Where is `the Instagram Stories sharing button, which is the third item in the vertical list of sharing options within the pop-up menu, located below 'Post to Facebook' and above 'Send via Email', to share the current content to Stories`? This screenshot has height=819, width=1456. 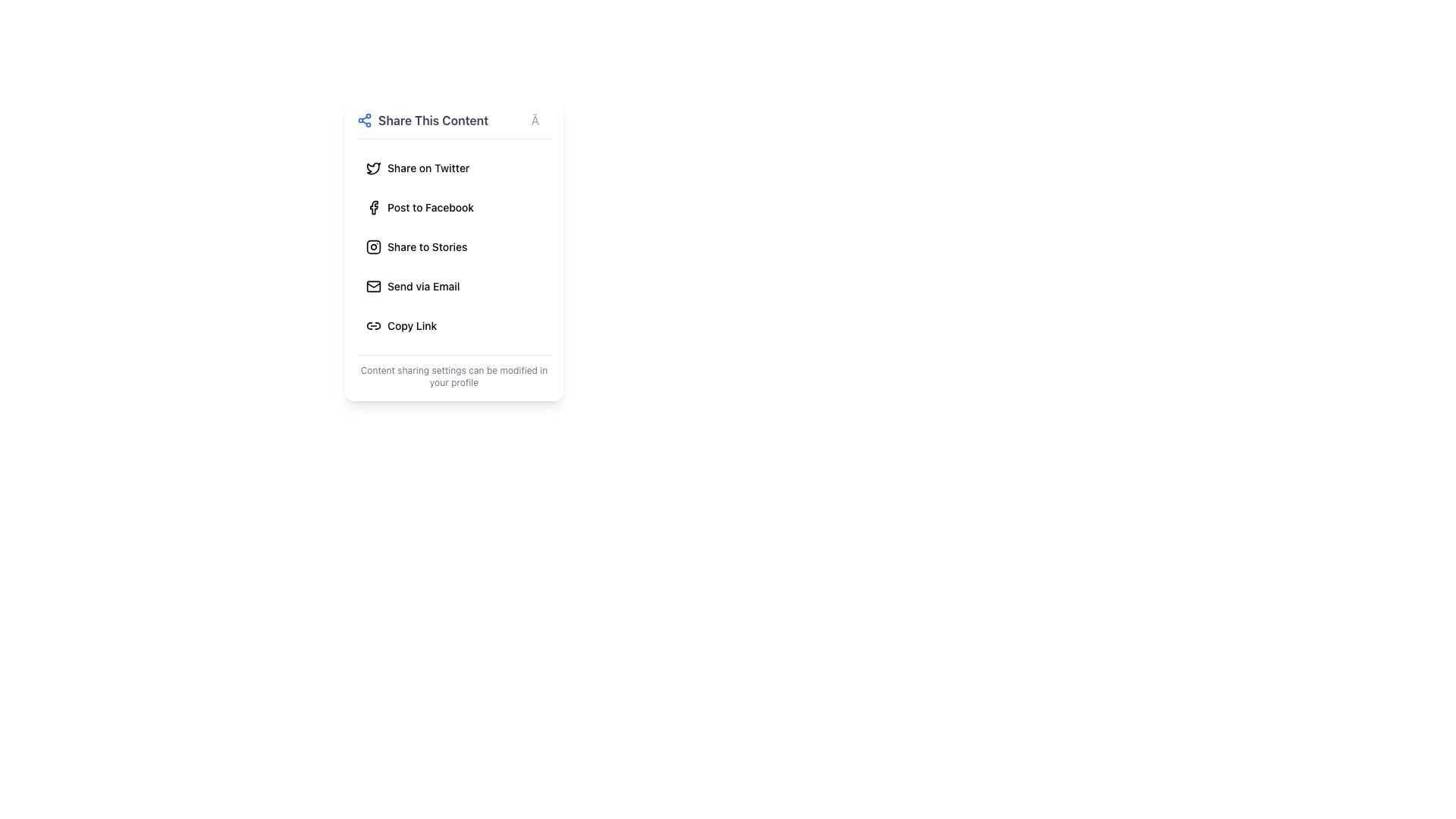
the Instagram Stories sharing button, which is the third item in the vertical list of sharing options within the pop-up menu, located below 'Post to Facebook' and above 'Send via Email', to share the current content to Stories is located at coordinates (453, 246).